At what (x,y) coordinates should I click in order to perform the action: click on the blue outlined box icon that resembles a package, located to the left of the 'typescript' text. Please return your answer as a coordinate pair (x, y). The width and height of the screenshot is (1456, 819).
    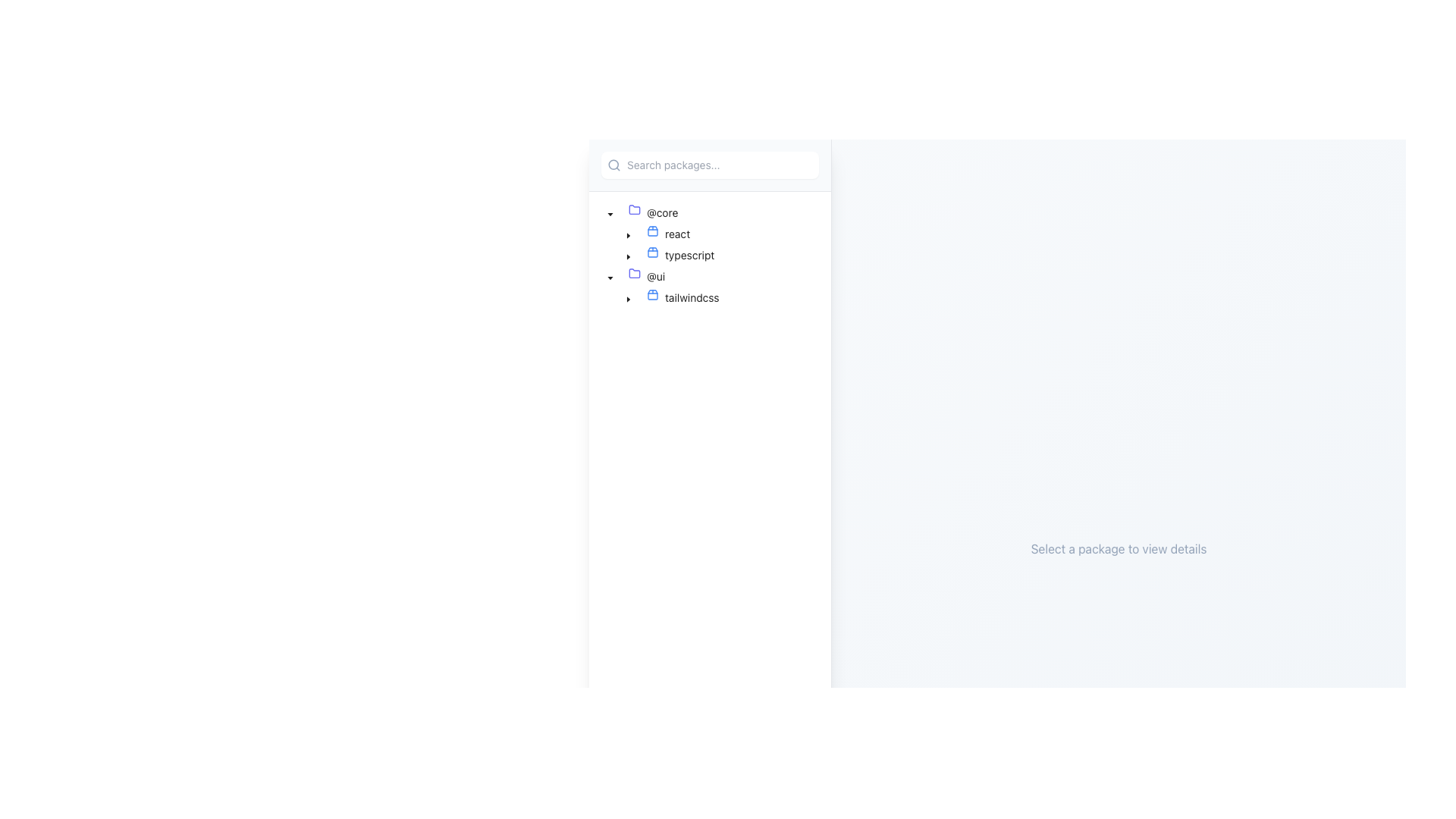
    Looking at the image, I should click on (652, 251).